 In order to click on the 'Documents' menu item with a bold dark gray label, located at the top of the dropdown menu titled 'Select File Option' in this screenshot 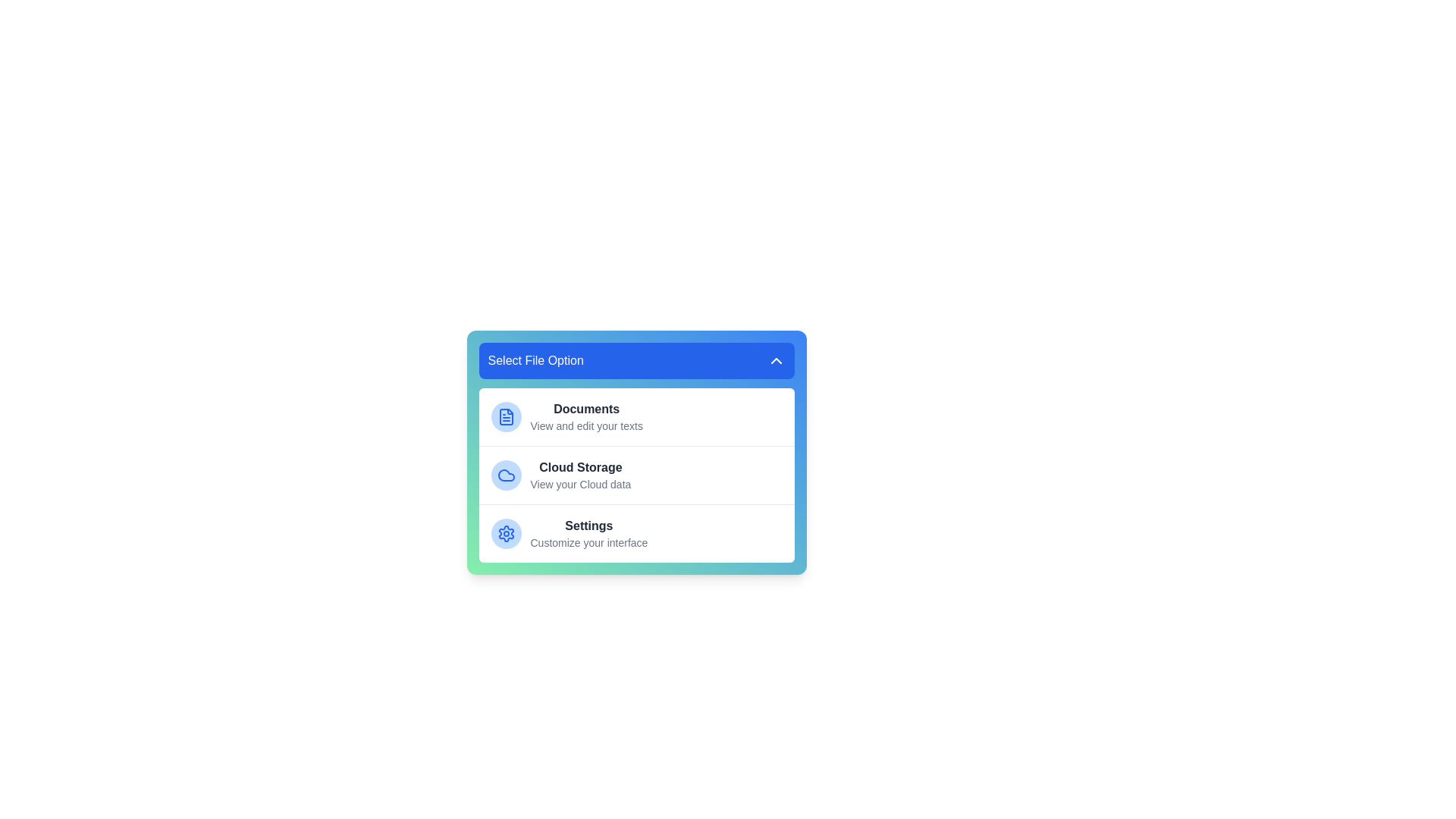, I will do `click(636, 417)`.